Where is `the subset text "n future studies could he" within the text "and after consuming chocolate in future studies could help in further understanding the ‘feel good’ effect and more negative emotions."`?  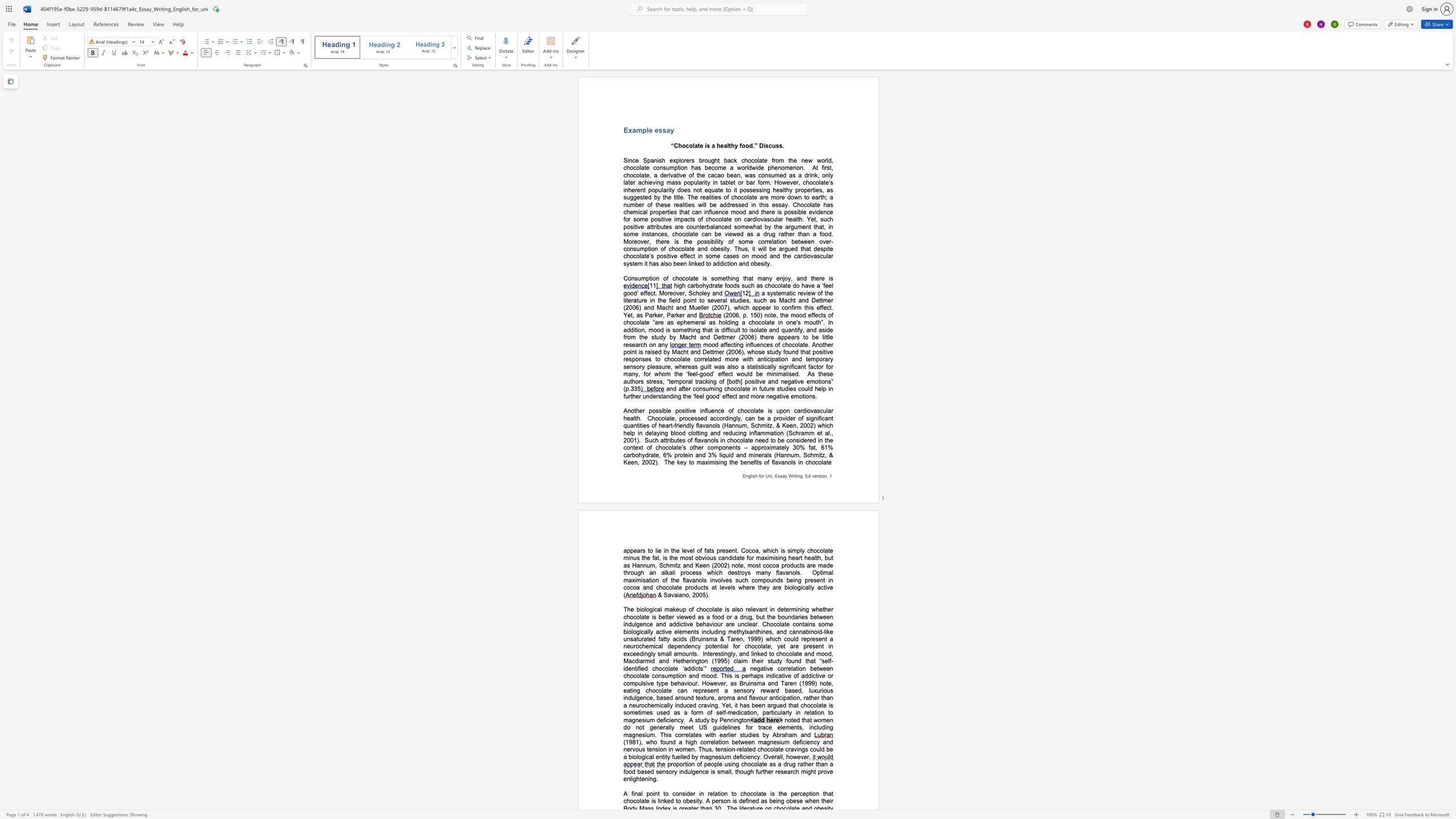
the subset text "n future studies could he" within the text "and after consuming chocolate in future studies could help in further understanding the ‘feel good’ effect and more negative emotions." is located at coordinates (753, 388).